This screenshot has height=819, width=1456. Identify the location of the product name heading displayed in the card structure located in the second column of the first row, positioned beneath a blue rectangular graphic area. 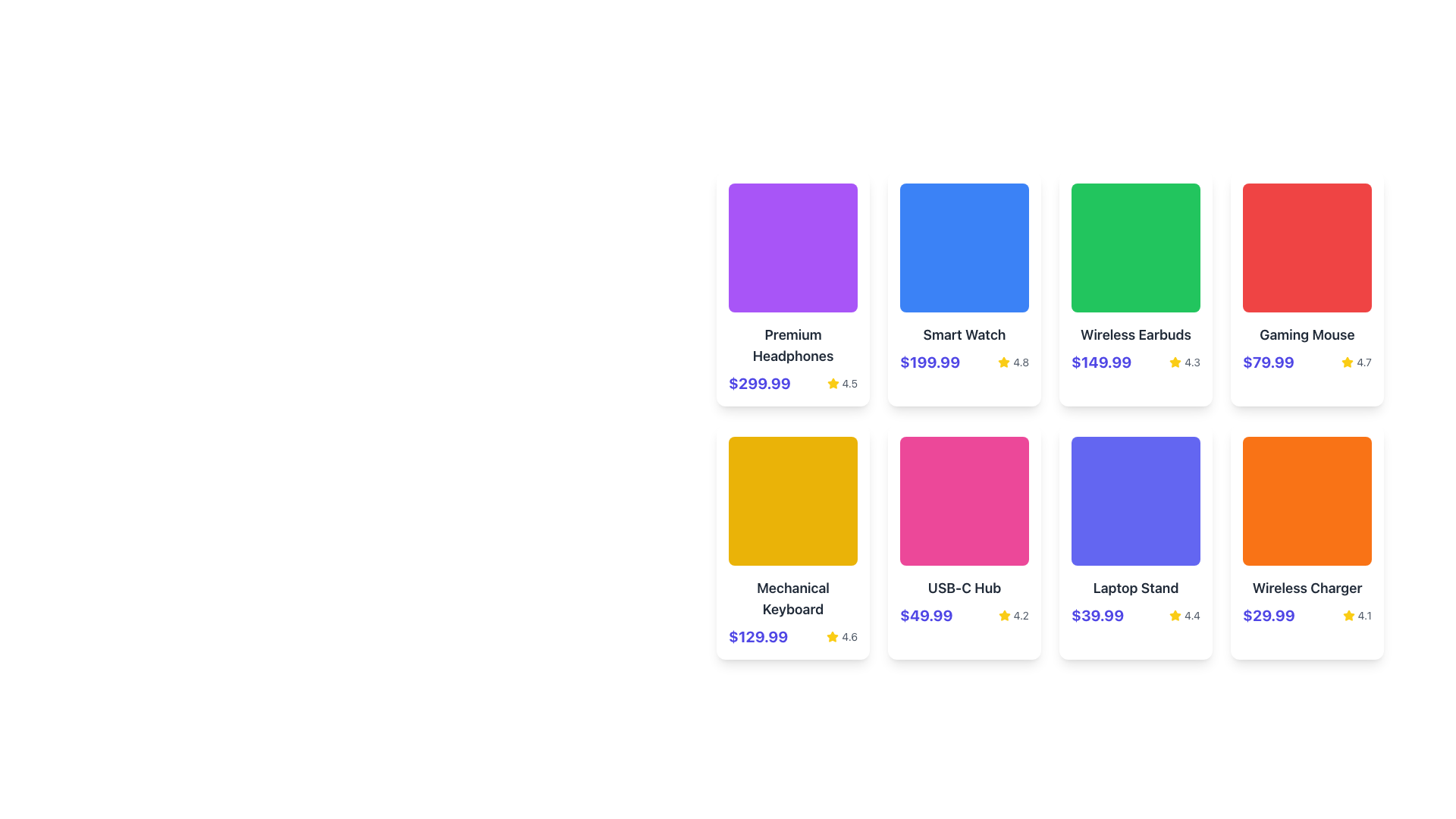
(964, 334).